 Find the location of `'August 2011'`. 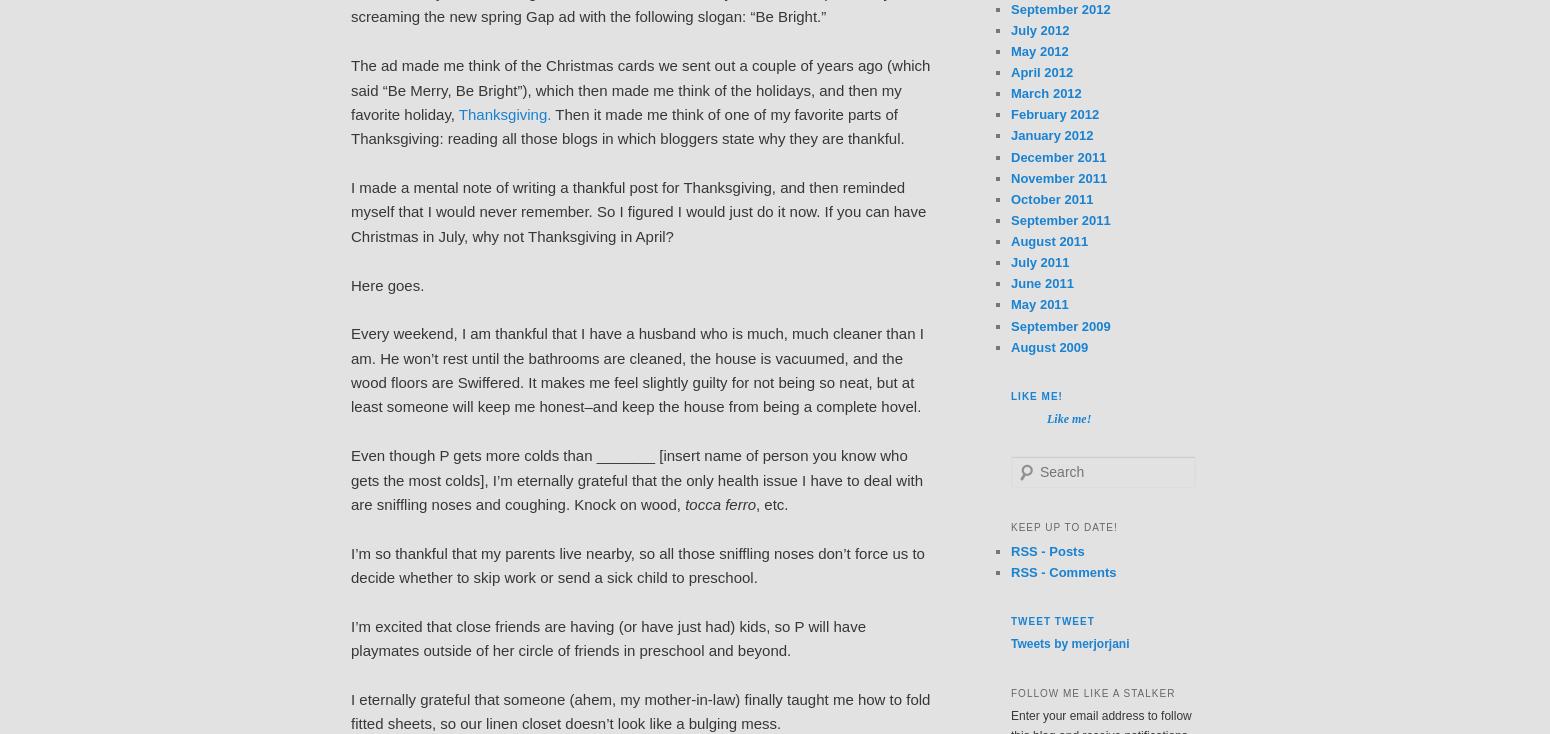

'August 2011' is located at coordinates (1011, 241).